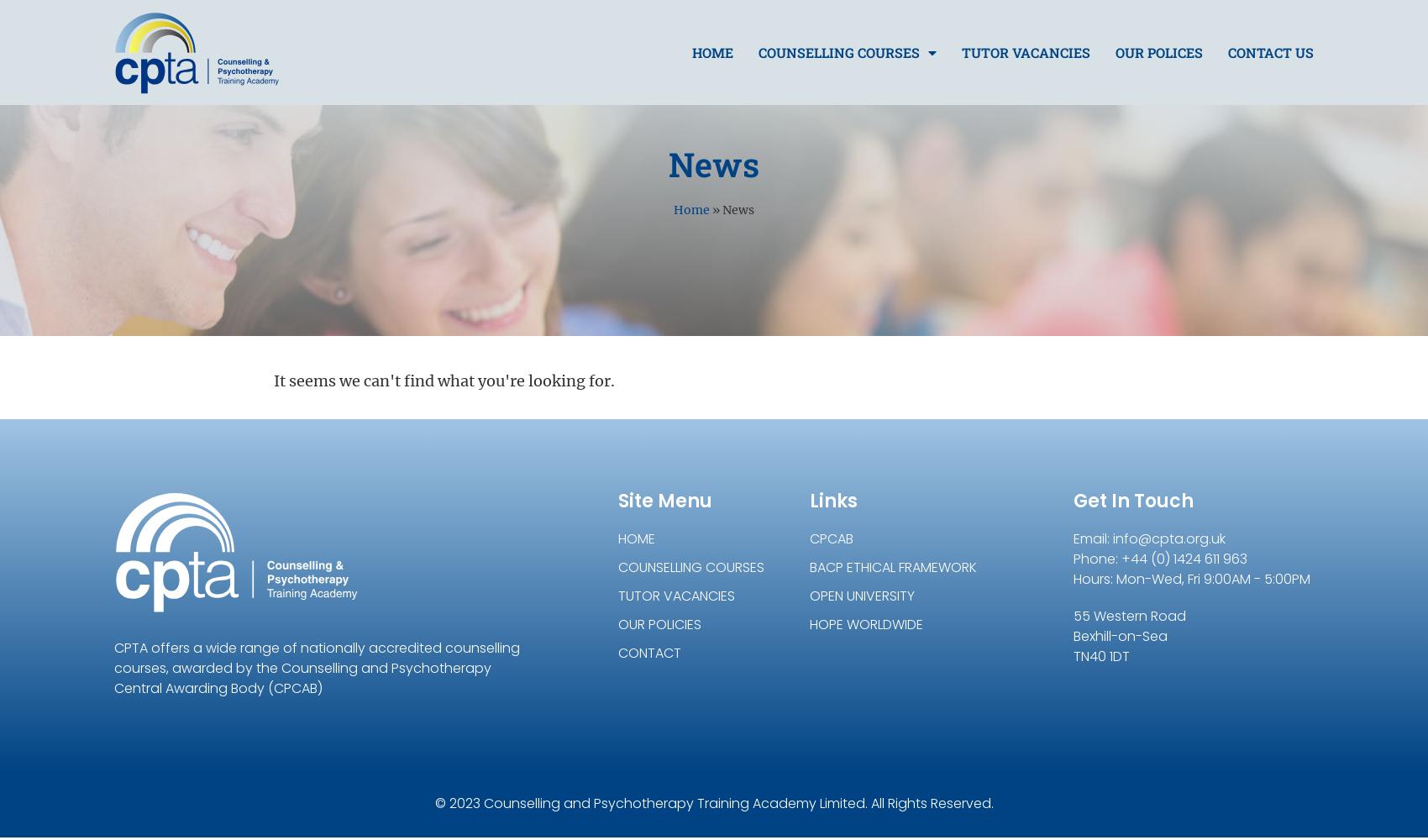 The width and height of the screenshot is (1428, 840). Describe the element at coordinates (1130, 615) in the screenshot. I see `'55 Western Road'` at that location.